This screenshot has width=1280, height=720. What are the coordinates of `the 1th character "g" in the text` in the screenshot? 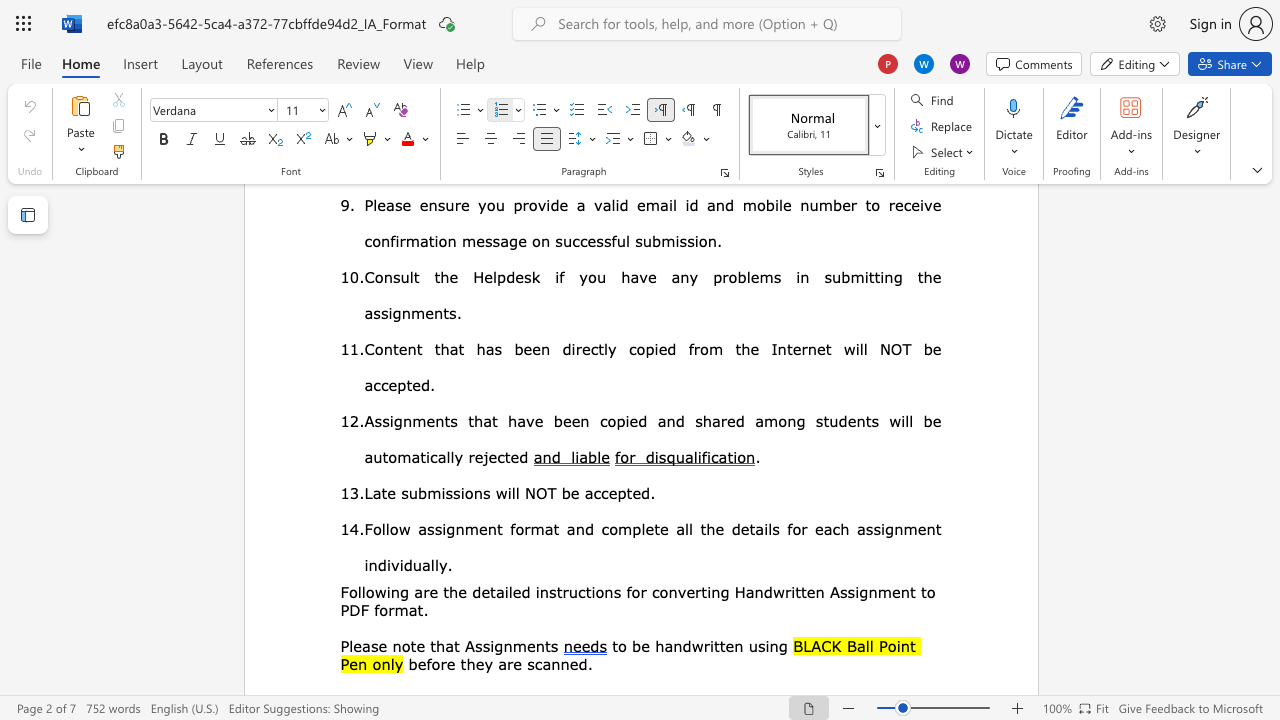 It's located at (449, 527).